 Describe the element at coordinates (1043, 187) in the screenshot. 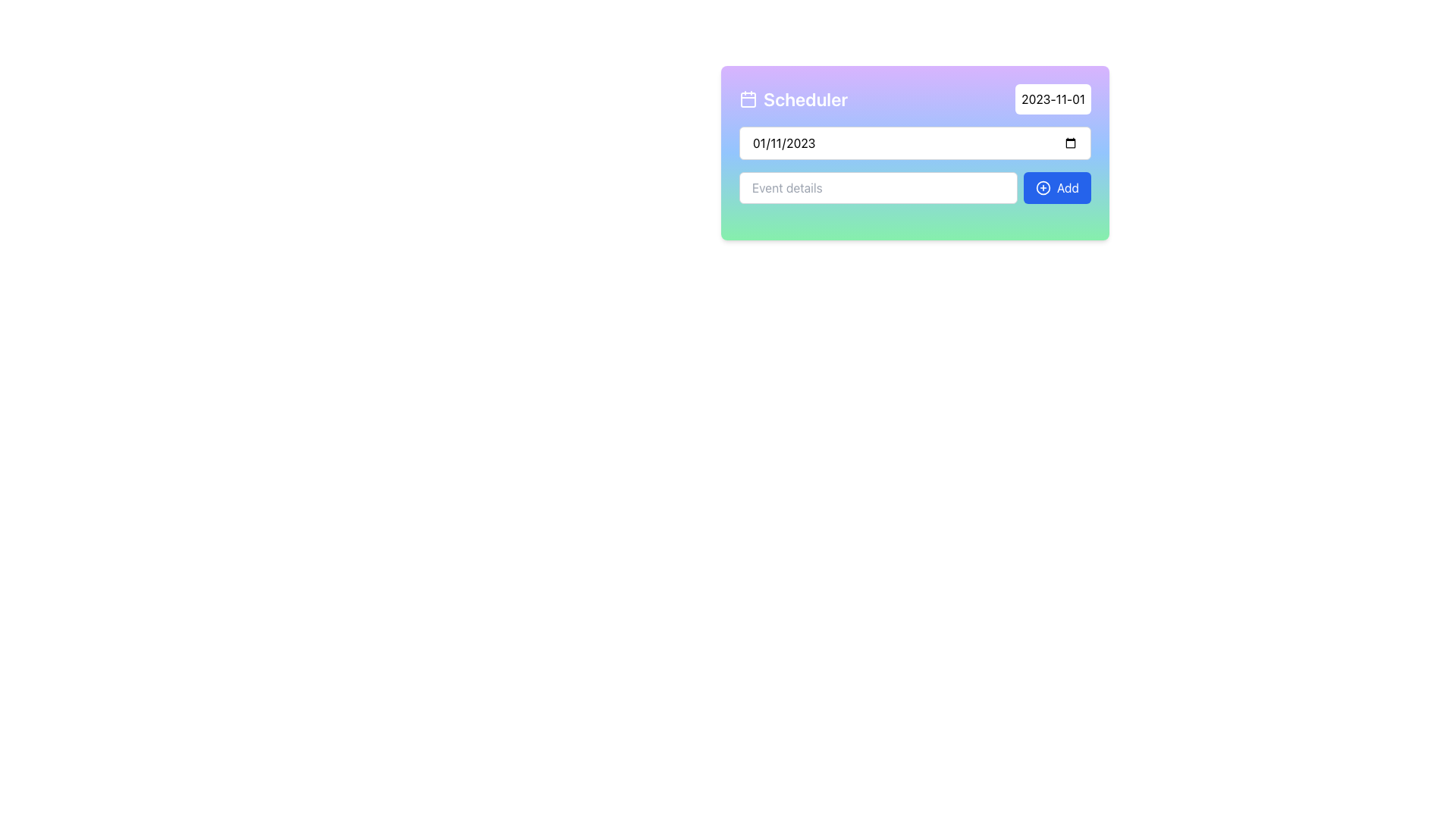

I see `the central circular component of the SVG icon representing the 'Add' action, which is part of a blue rectangular button labeled 'Add'` at that location.